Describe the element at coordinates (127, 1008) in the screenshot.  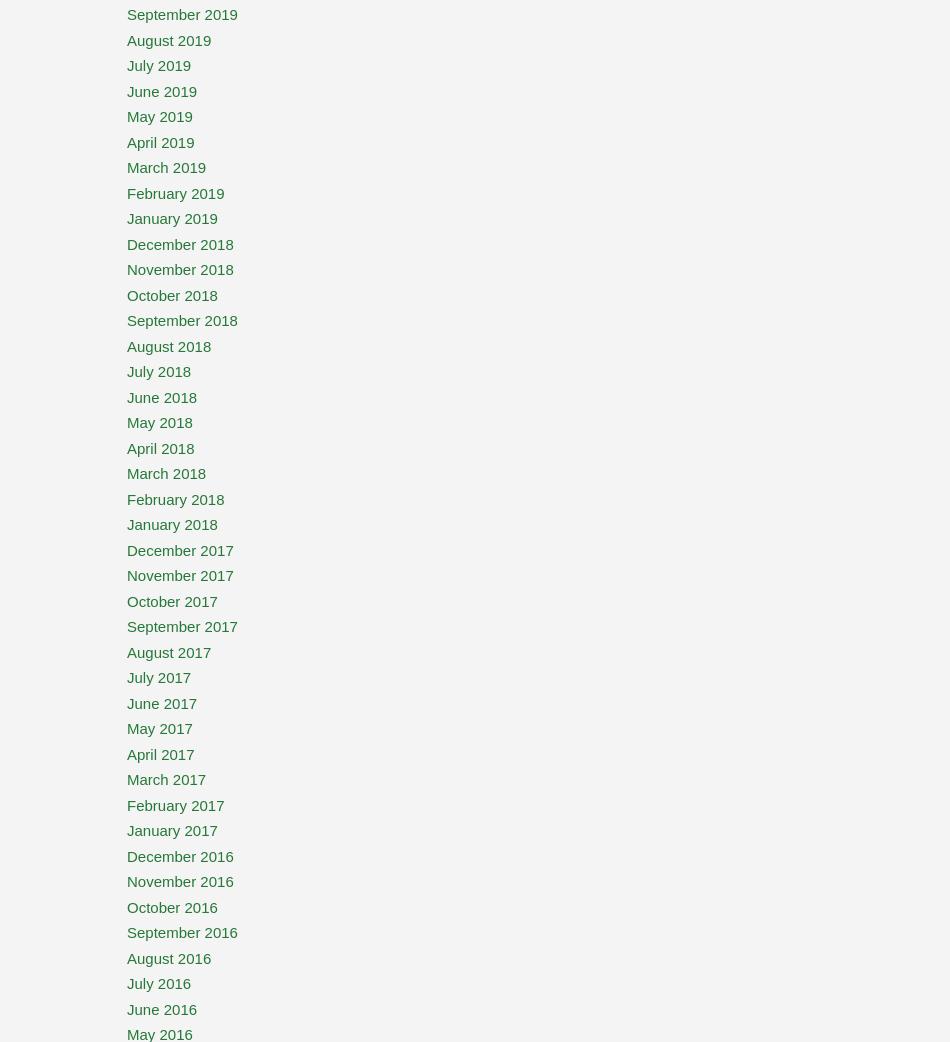
I see `'June 2016'` at that location.